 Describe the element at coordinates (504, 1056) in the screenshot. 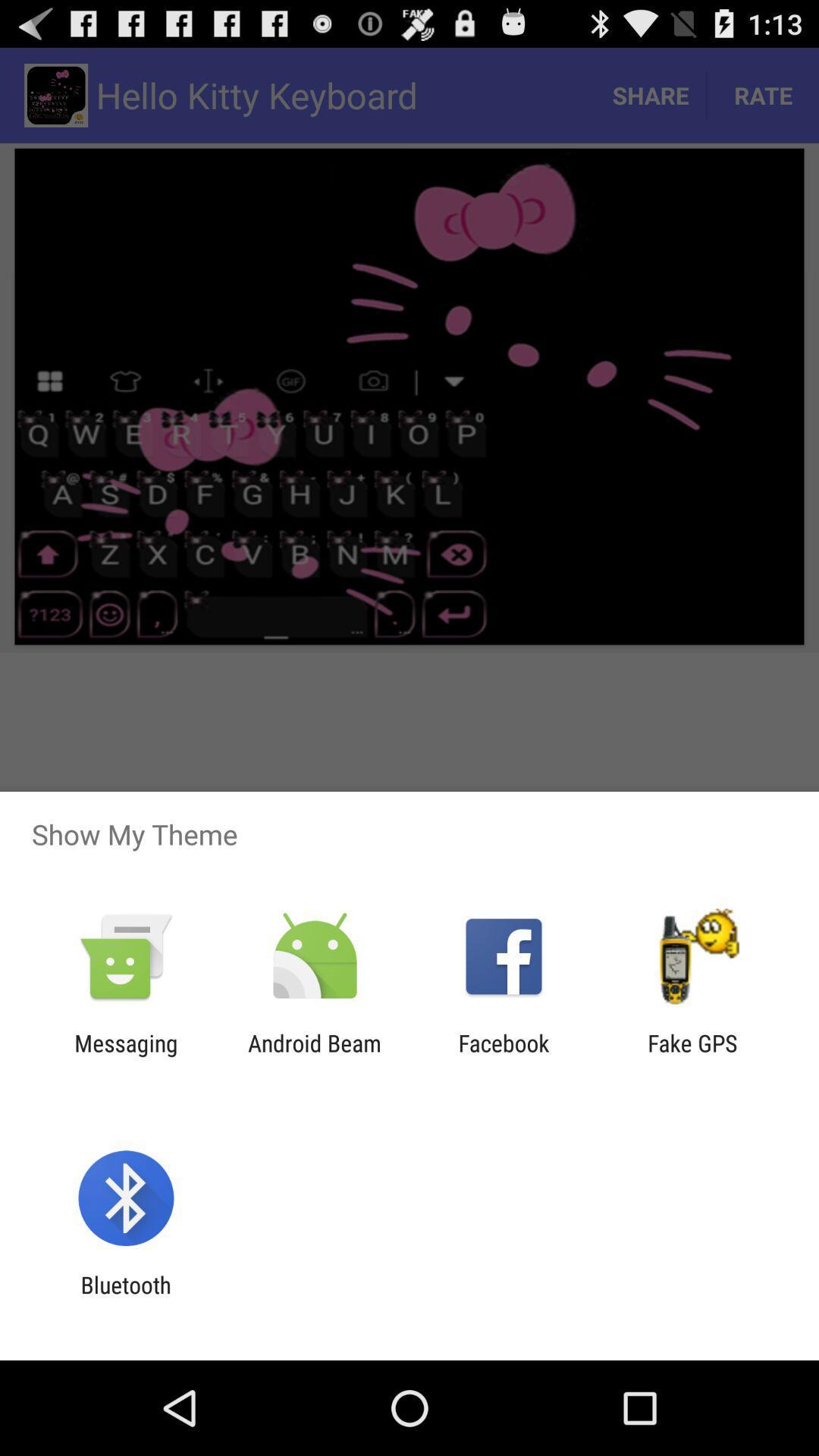

I see `item next to the android beam app` at that location.